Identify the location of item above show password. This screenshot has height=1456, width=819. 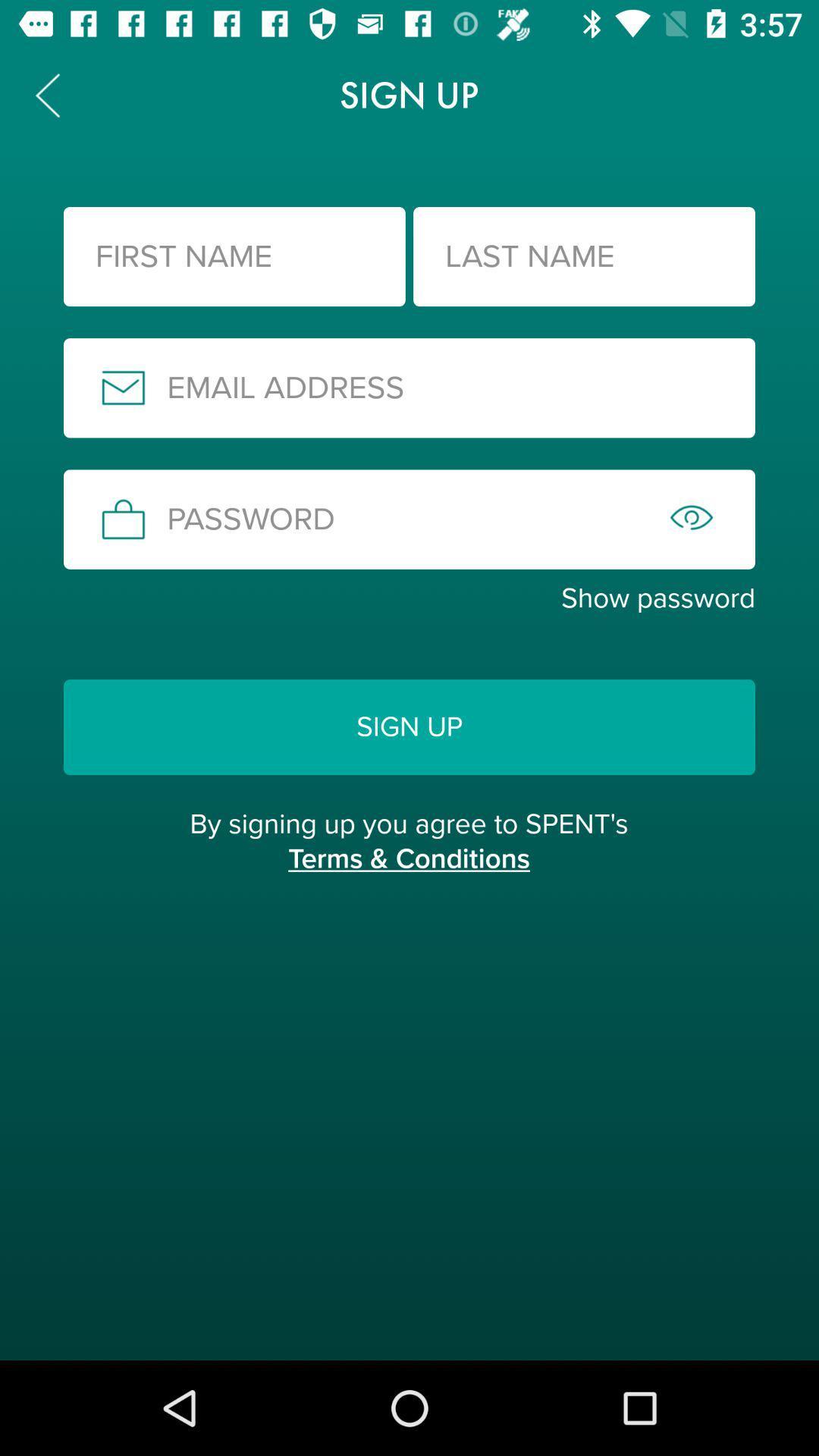
(409, 519).